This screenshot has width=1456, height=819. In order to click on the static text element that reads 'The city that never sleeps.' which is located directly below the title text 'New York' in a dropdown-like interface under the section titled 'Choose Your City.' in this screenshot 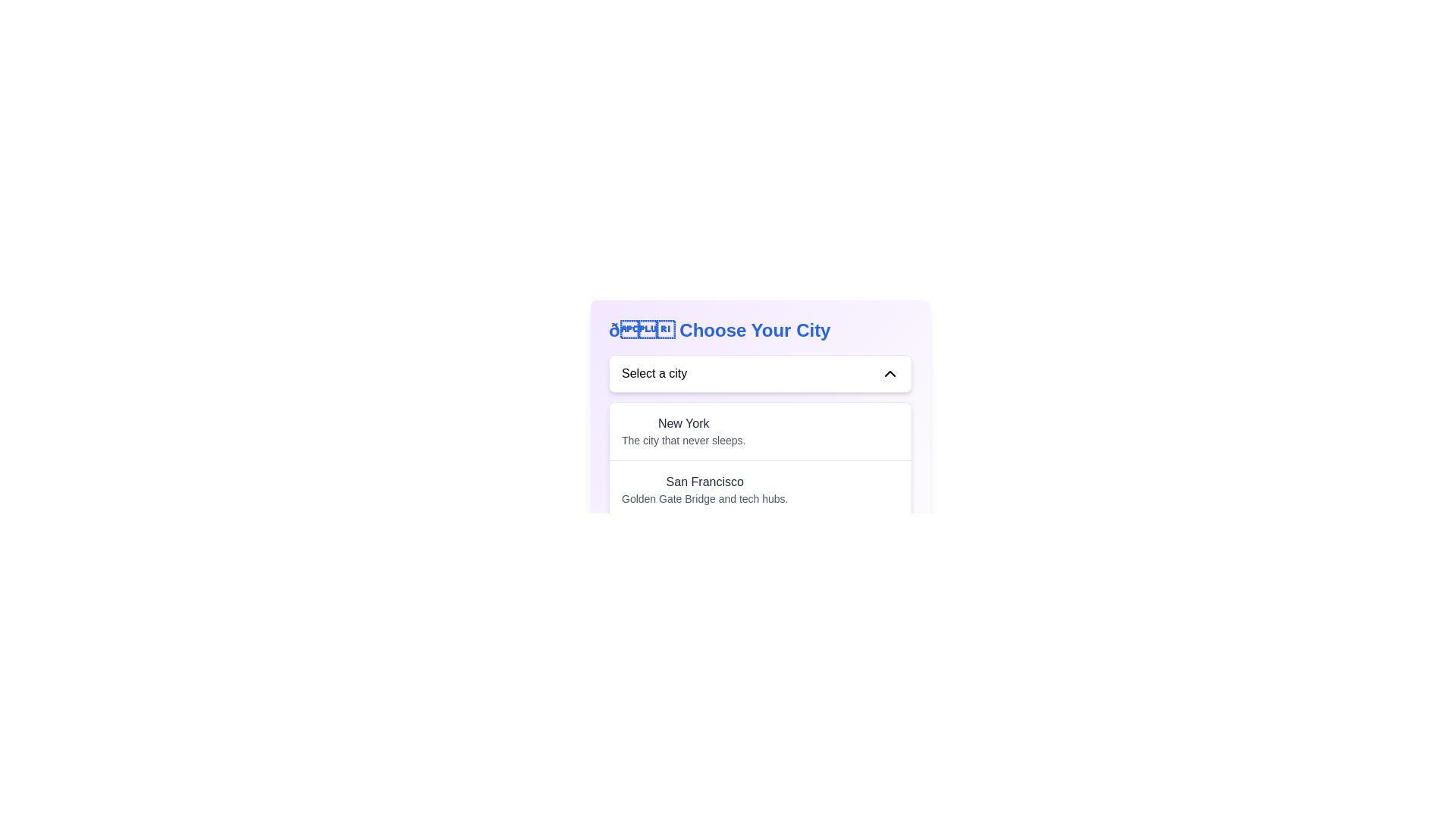, I will do `click(682, 441)`.